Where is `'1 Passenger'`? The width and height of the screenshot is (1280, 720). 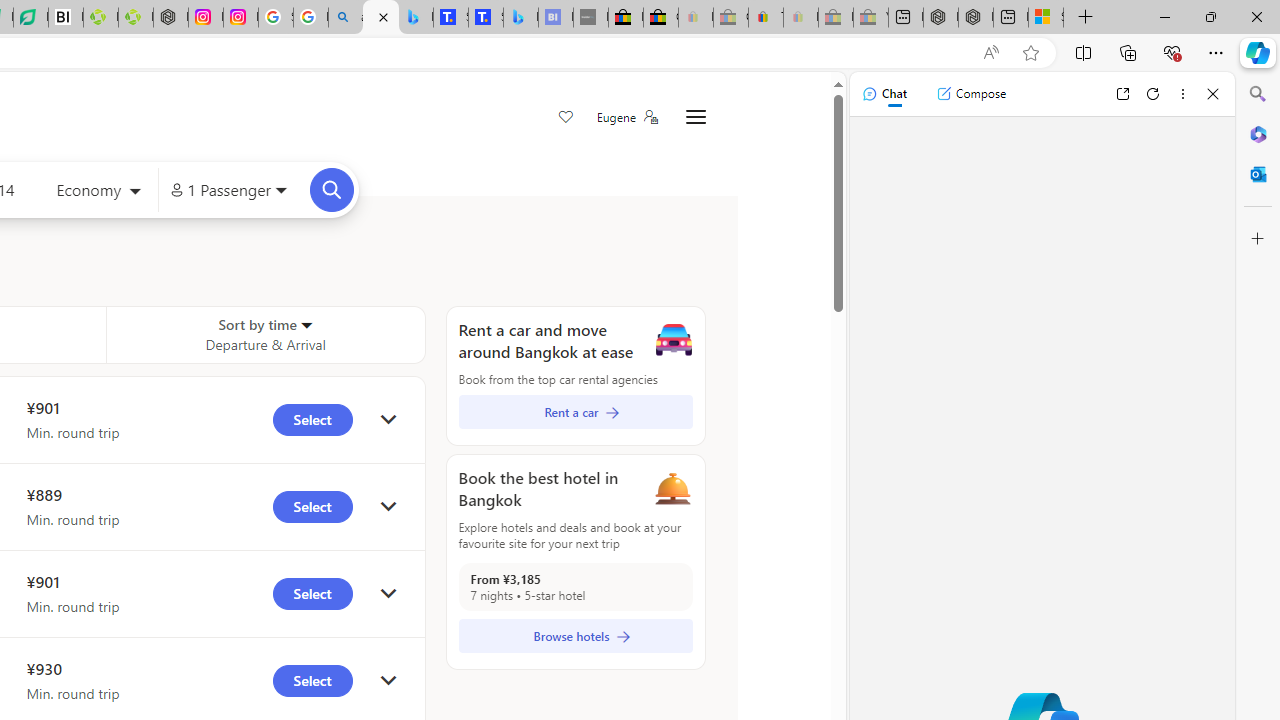
'1 Passenger' is located at coordinates (228, 190).